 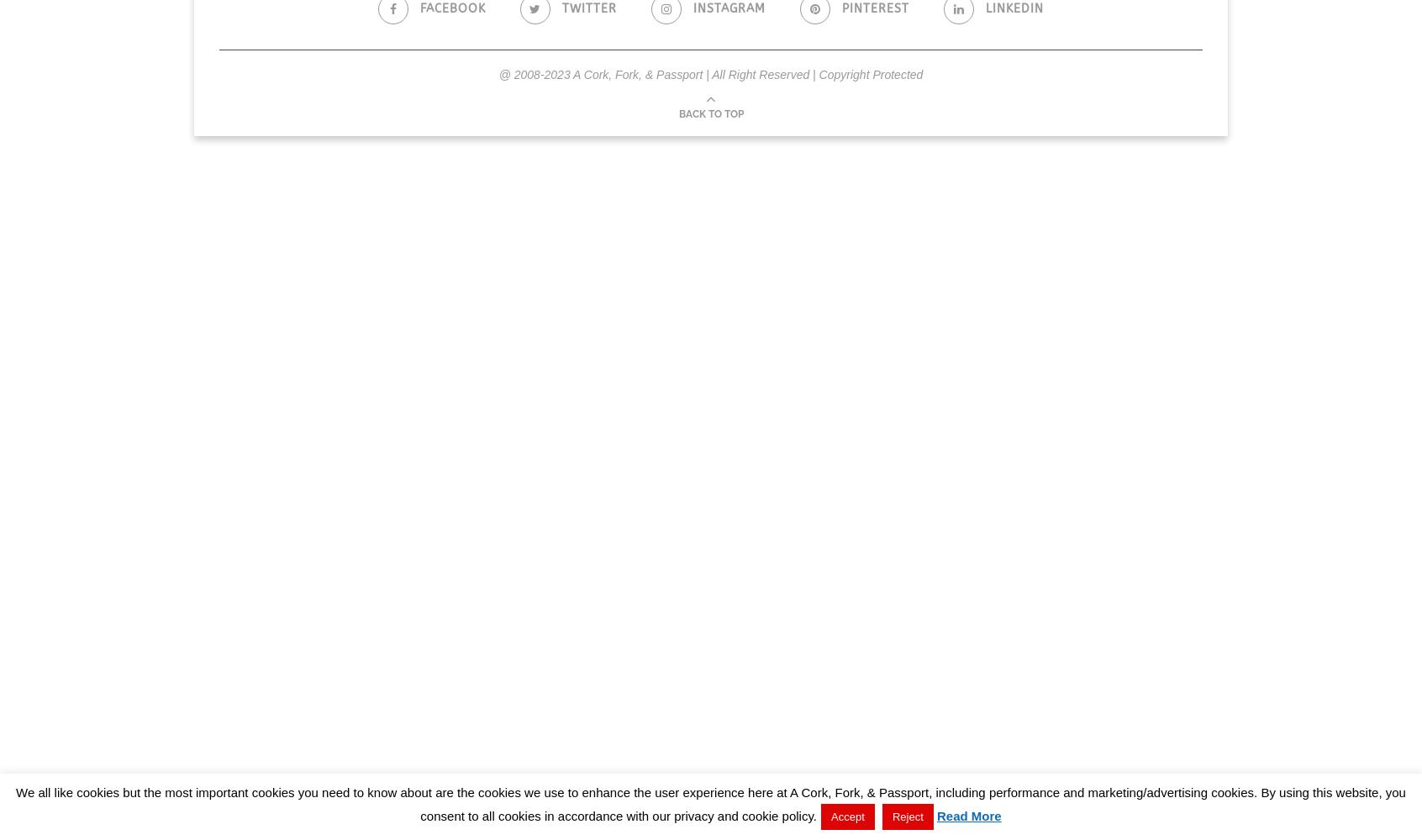 What do you see at coordinates (710, 74) in the screenshot?
I see `'@ 2008-2023 A Cork, Fork, & Passport |
 All Right Reserved | Copyright Protected'` at bounding box center [710, 74].